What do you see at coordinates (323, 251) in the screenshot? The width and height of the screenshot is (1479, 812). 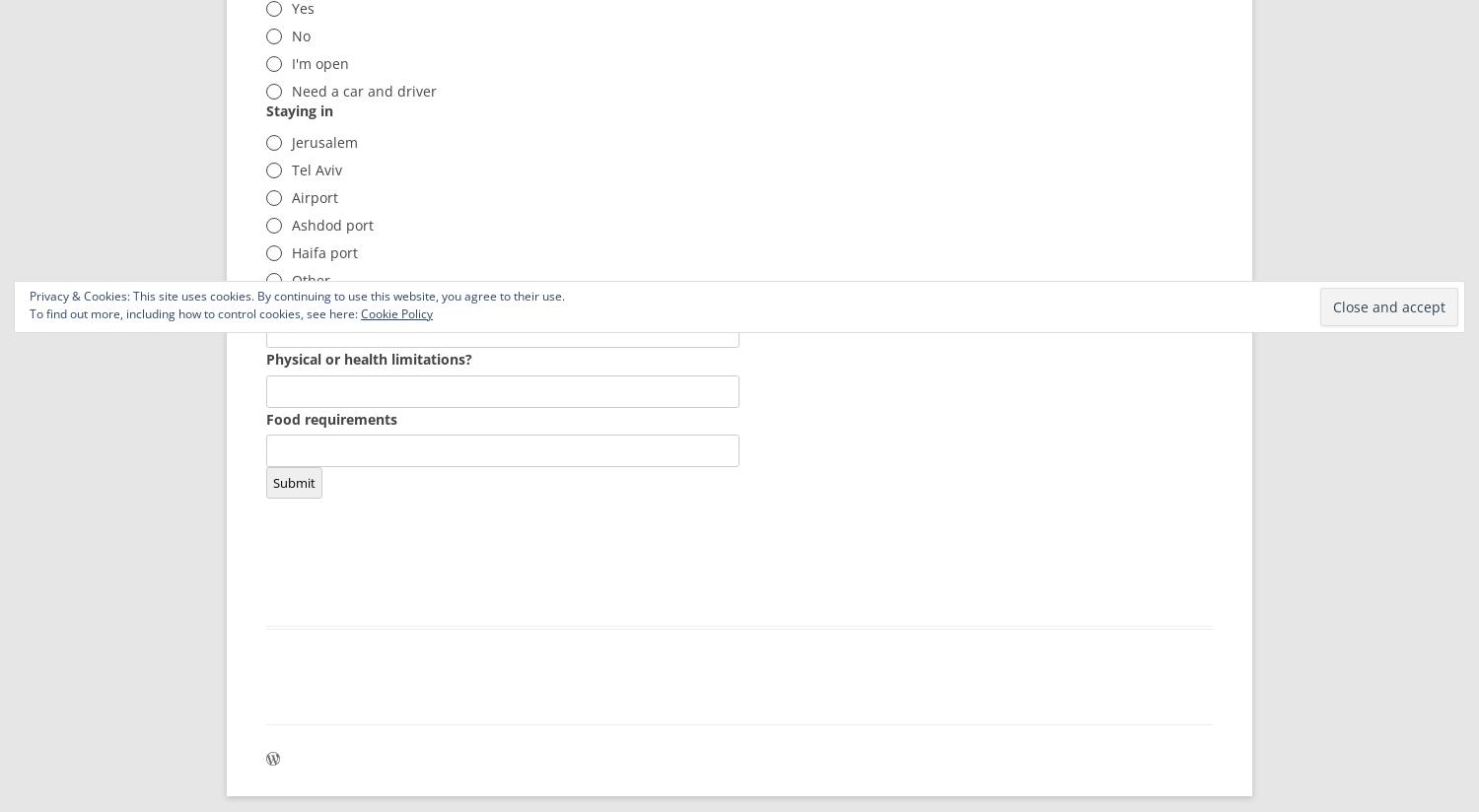 I see `'Haifa port'` at bounding box center [323, 251].